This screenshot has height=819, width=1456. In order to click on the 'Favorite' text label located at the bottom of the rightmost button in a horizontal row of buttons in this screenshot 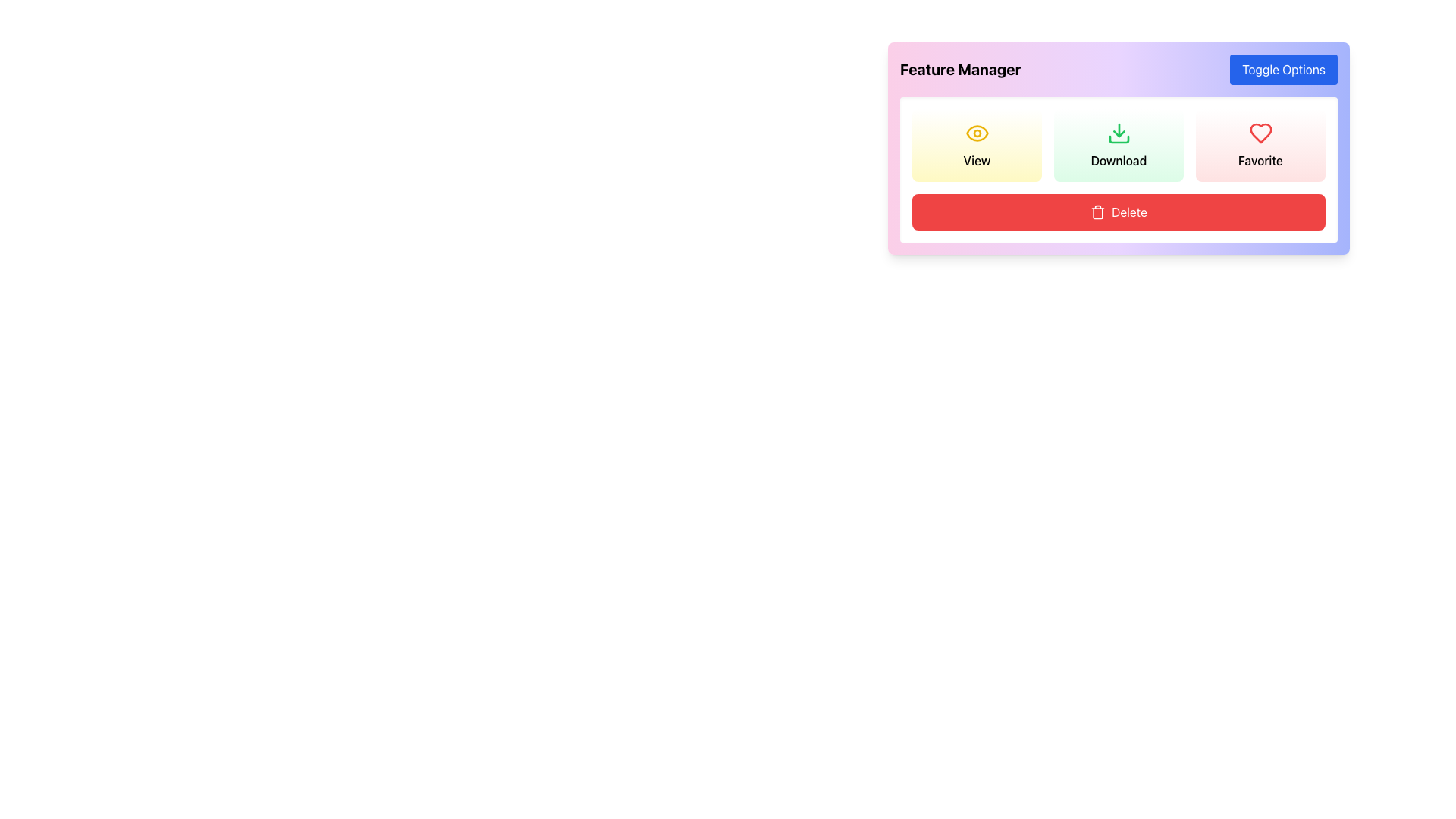, I will do `click(1260, 161)`.